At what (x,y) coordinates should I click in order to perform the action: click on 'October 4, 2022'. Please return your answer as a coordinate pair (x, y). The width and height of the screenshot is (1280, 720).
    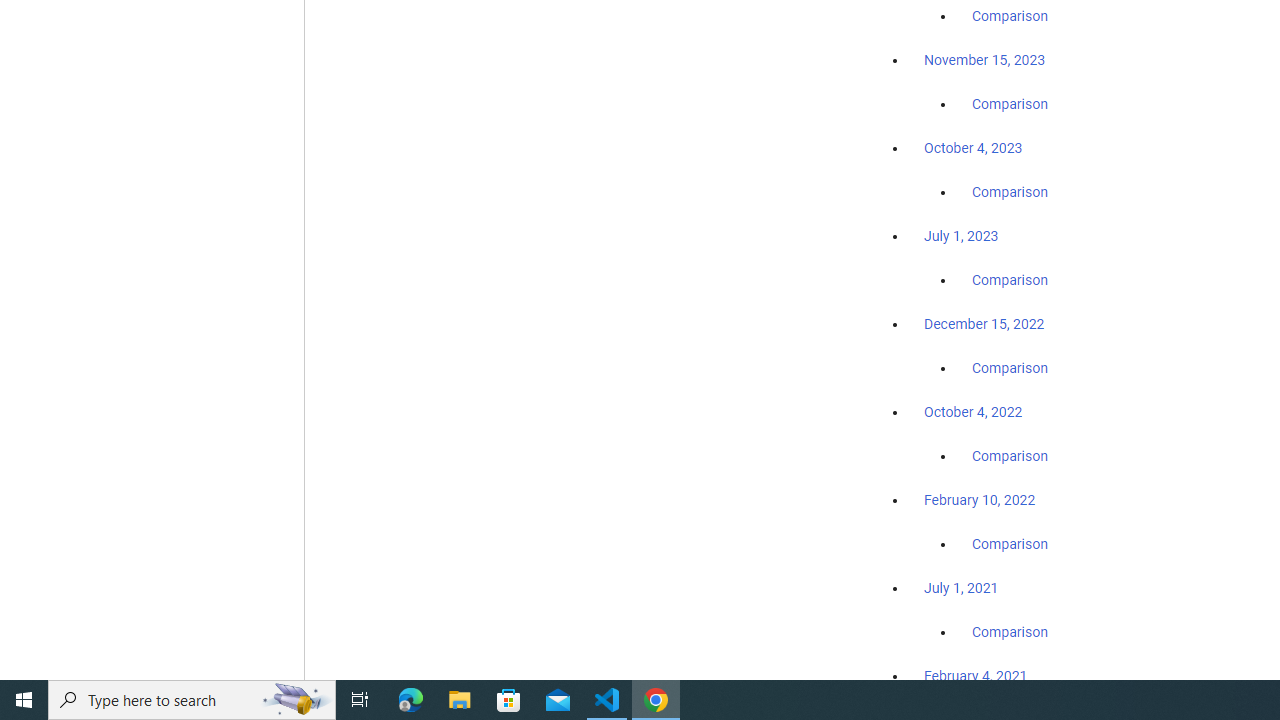
    Looking at the image, I should click on (973, 411).